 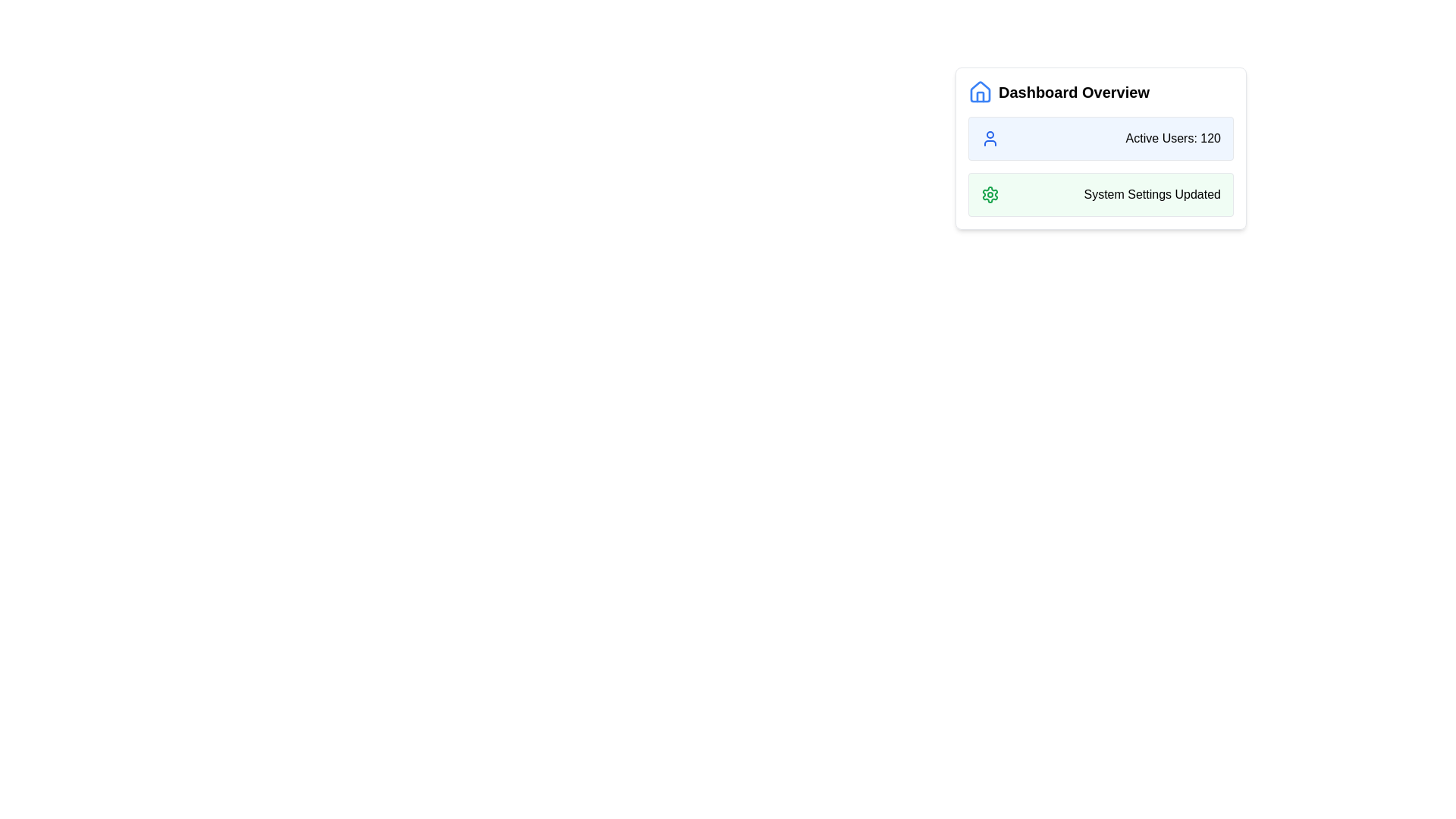 I want to click on status message displayed as 'System Settings Updated' within the green-tinted rectangular section, which signifies success or confirmation, so click(x=1152, y=194).